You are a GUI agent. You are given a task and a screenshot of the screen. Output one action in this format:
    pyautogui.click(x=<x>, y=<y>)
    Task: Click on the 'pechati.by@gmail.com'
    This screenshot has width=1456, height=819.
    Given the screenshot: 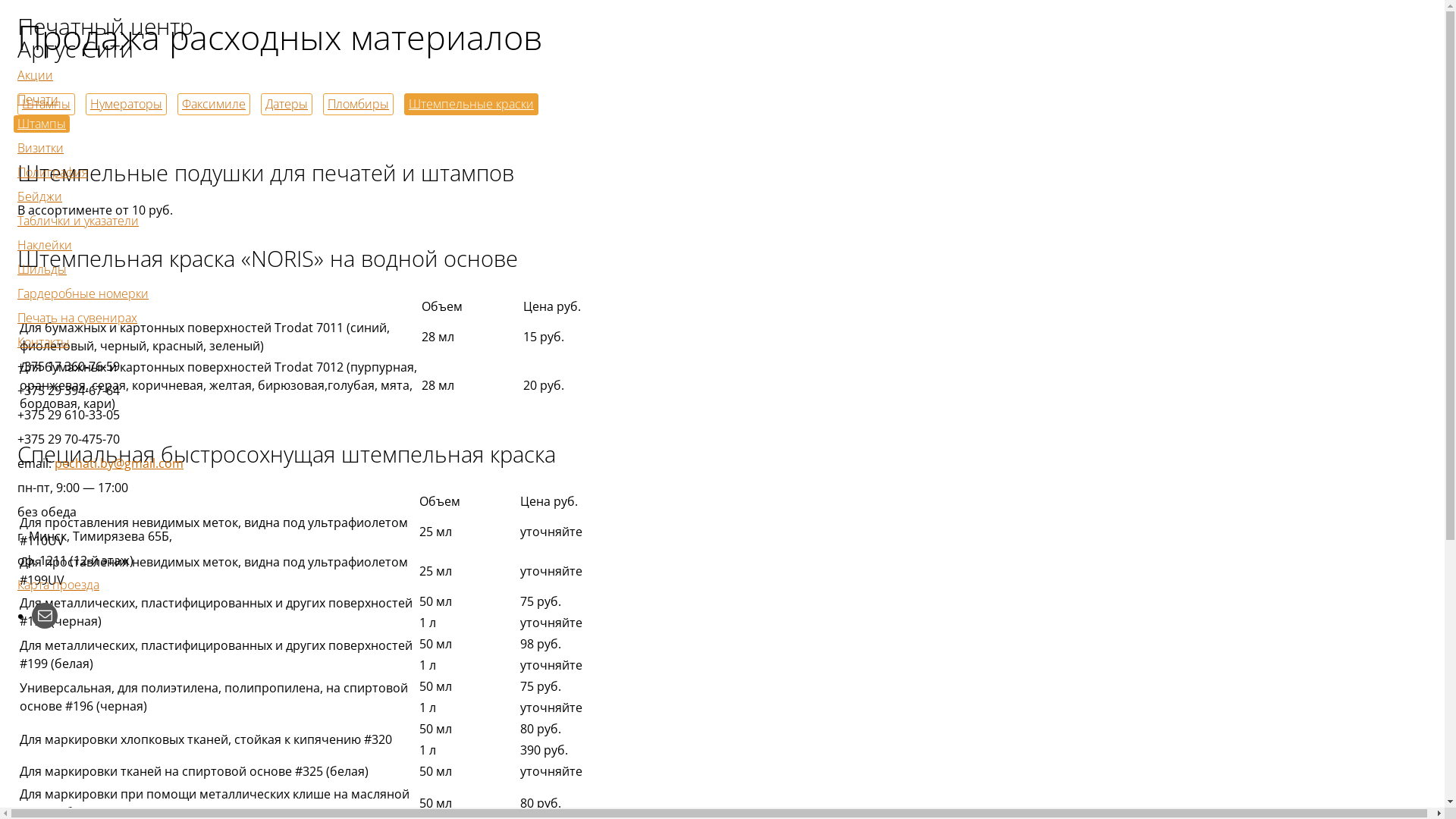 What is the action you would take?
    pyautogui.click(x=118, y=462)
    